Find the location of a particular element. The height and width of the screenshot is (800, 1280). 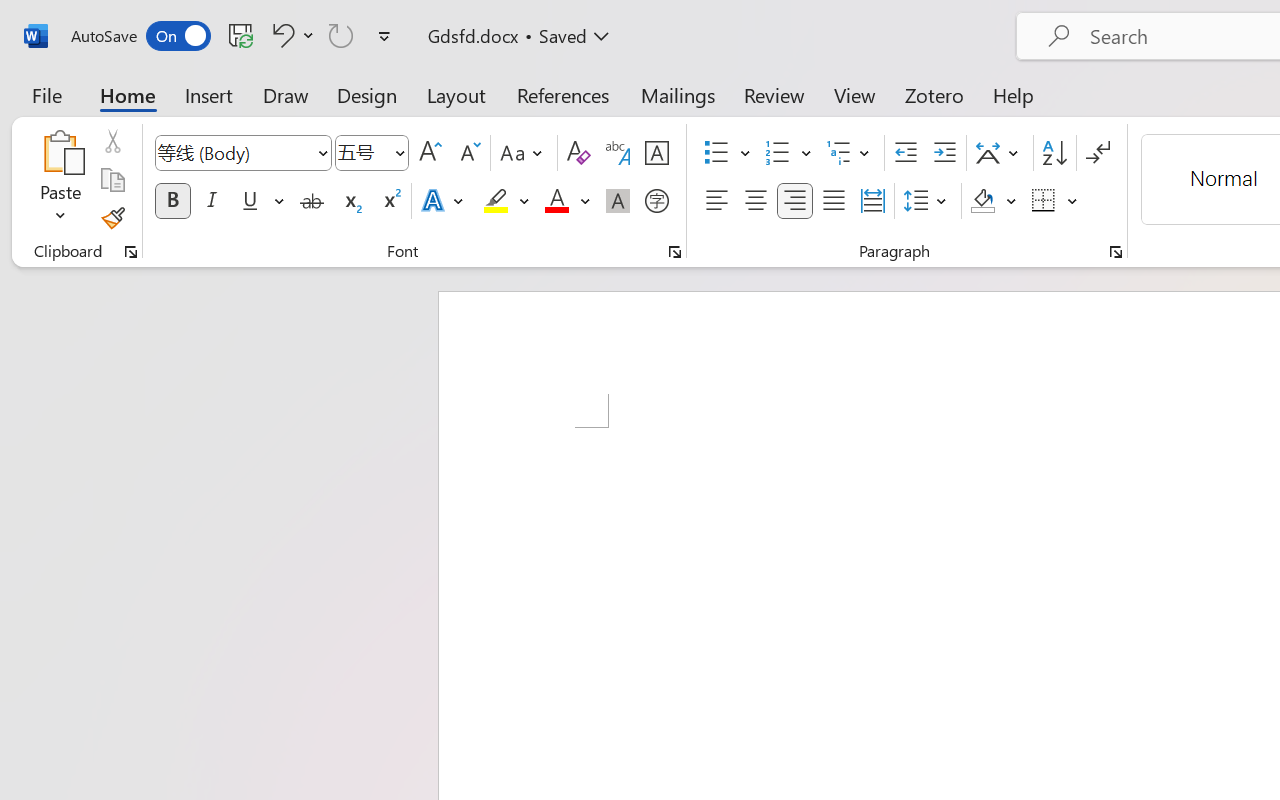

'Character Shading' is located at coordinates (617, 201).